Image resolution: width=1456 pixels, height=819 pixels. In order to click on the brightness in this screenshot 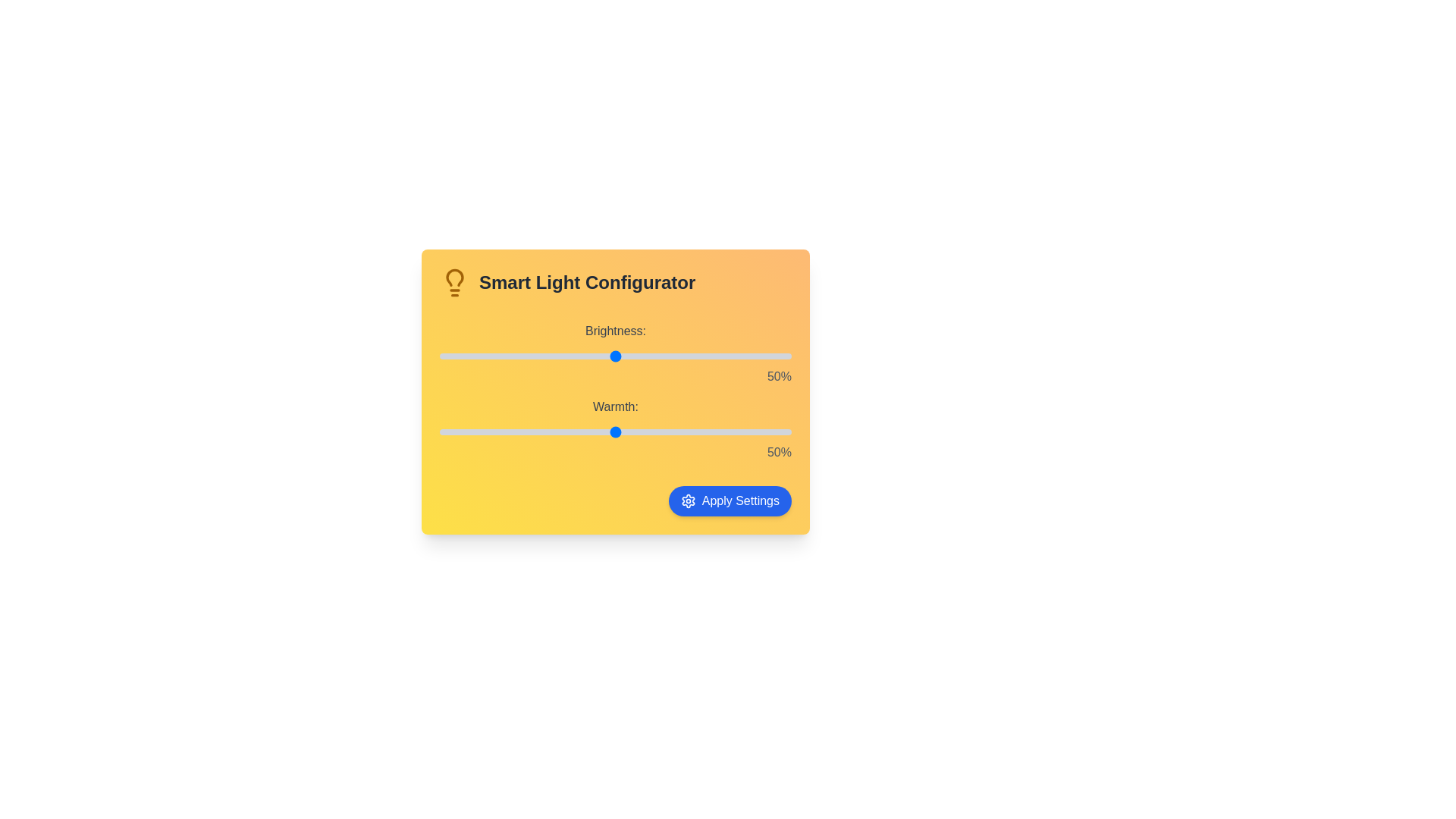, I will do `click(488, 356)`.